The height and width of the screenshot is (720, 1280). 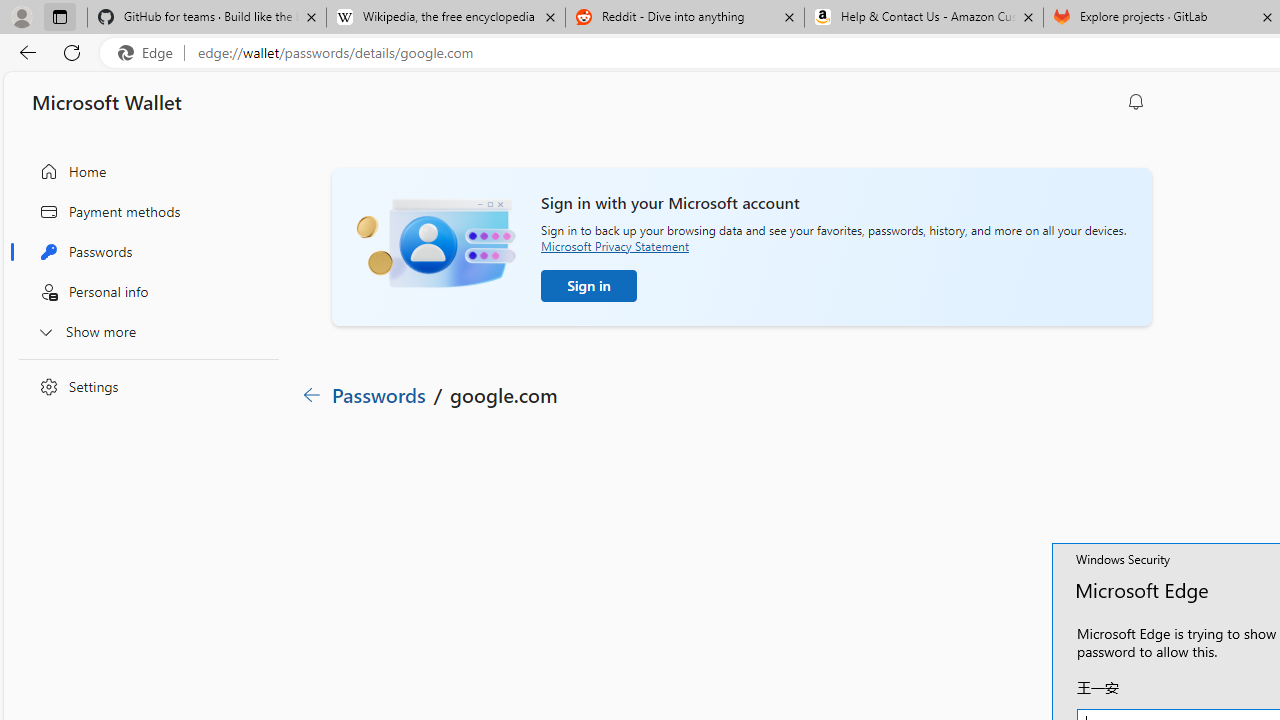 I want to click on 'Edge', so click(x=149, y=52).